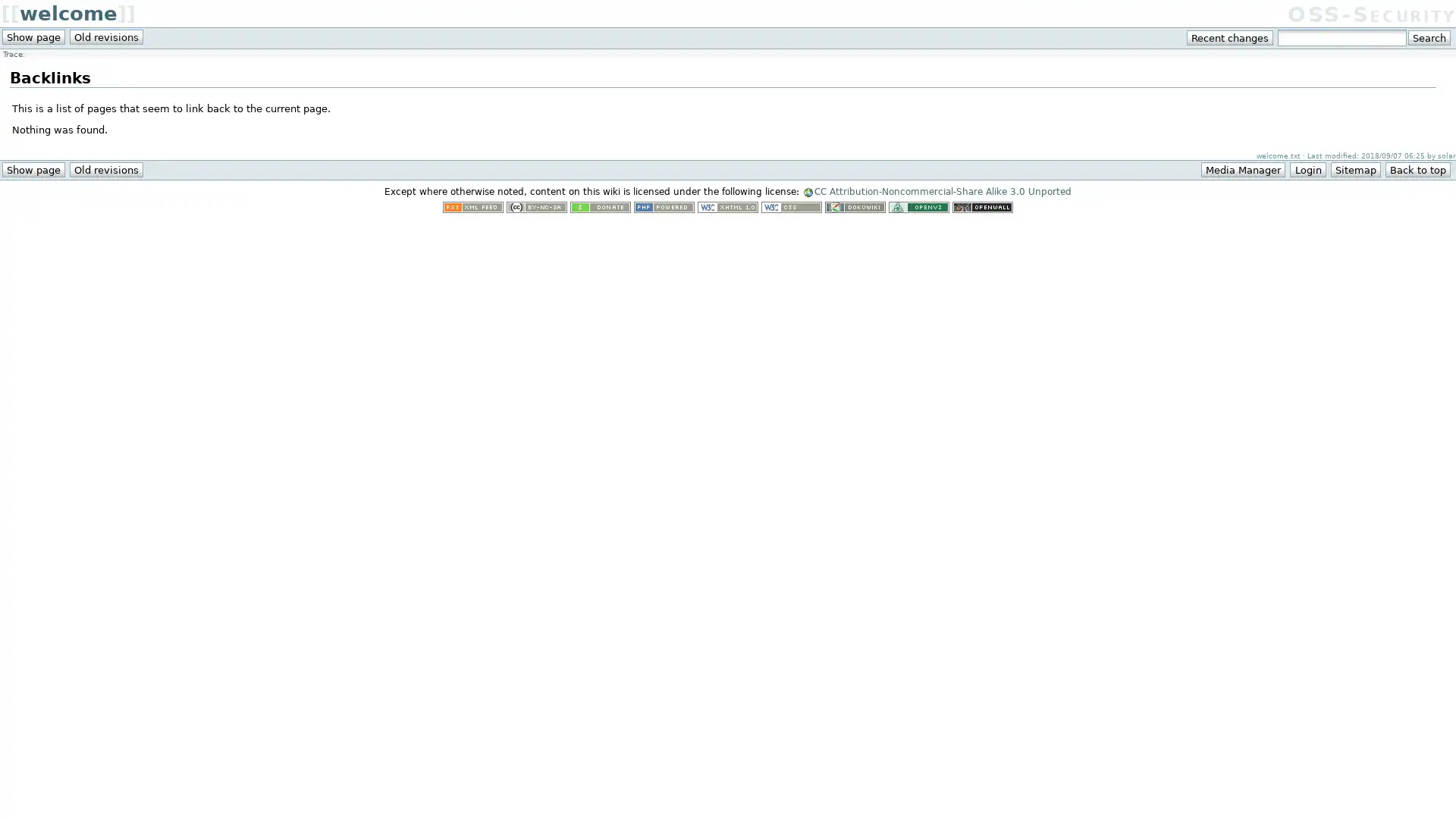  I want to click on Show page, so click(33, 36).